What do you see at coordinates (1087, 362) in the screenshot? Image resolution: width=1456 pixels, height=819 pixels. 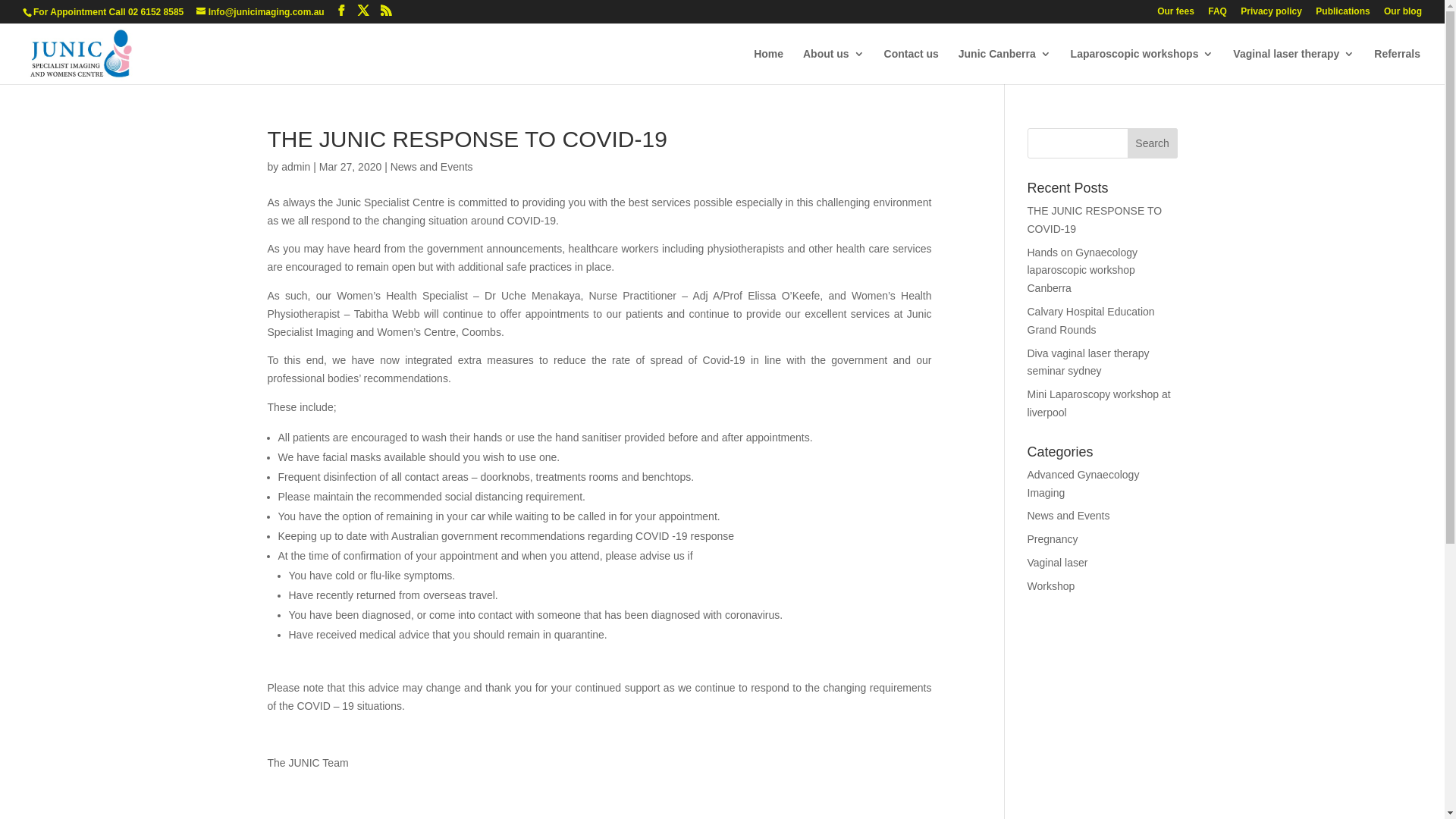 I see `'Diva vaginal laser therapy seminar sydney'` at bounding box center [1087, 362].